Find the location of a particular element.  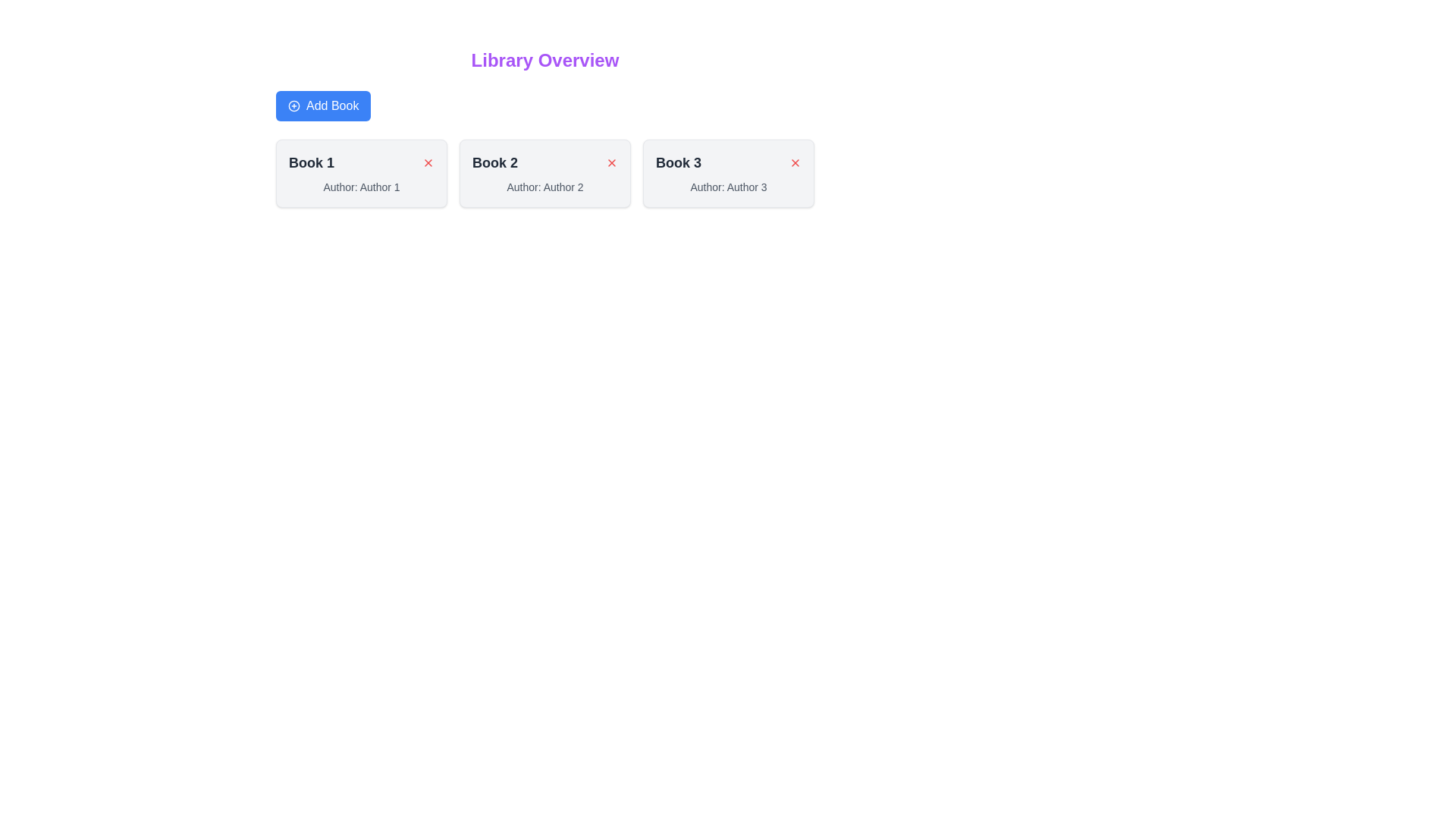

the small, circular '+' icon within the blue 'Add Book' button located at the top-left corner of the library interface is located at coordinates (294, 105).